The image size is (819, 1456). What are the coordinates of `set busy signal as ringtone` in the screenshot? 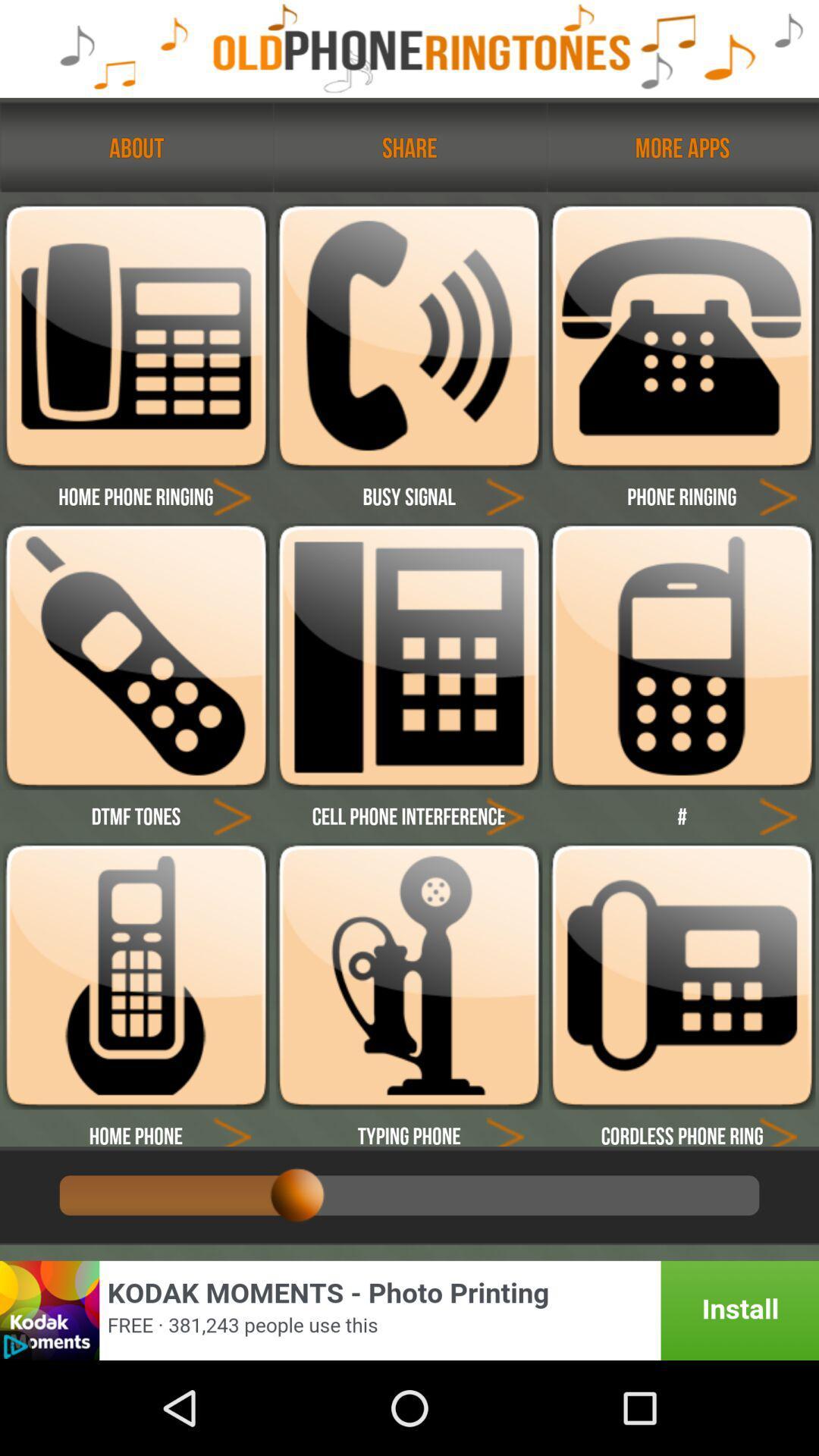 It's located at (408, 336).